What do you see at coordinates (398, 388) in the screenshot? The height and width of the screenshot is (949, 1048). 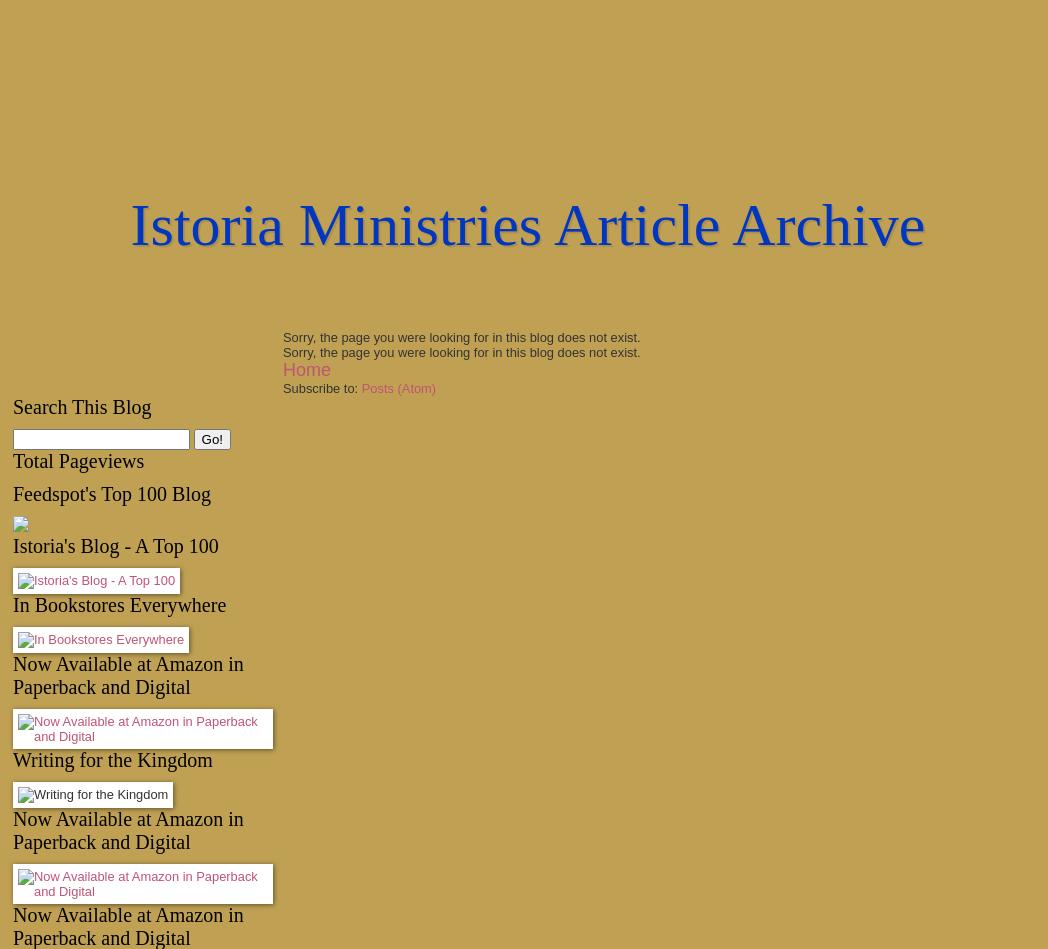 I see `'Posts (Atom)'` at bounding box center [398, 388].